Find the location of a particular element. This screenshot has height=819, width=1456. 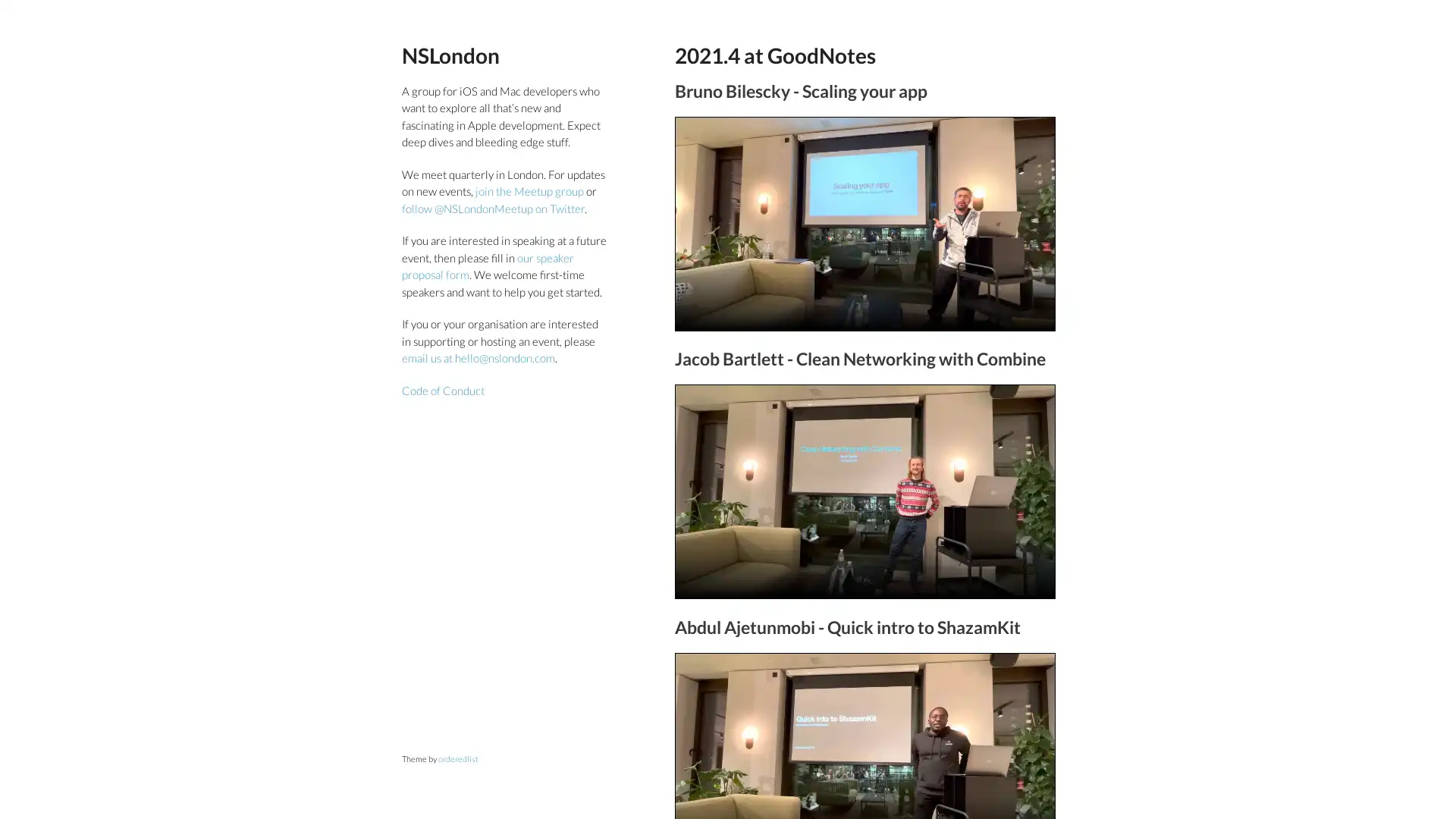

play is located at coordinates (693, 293).